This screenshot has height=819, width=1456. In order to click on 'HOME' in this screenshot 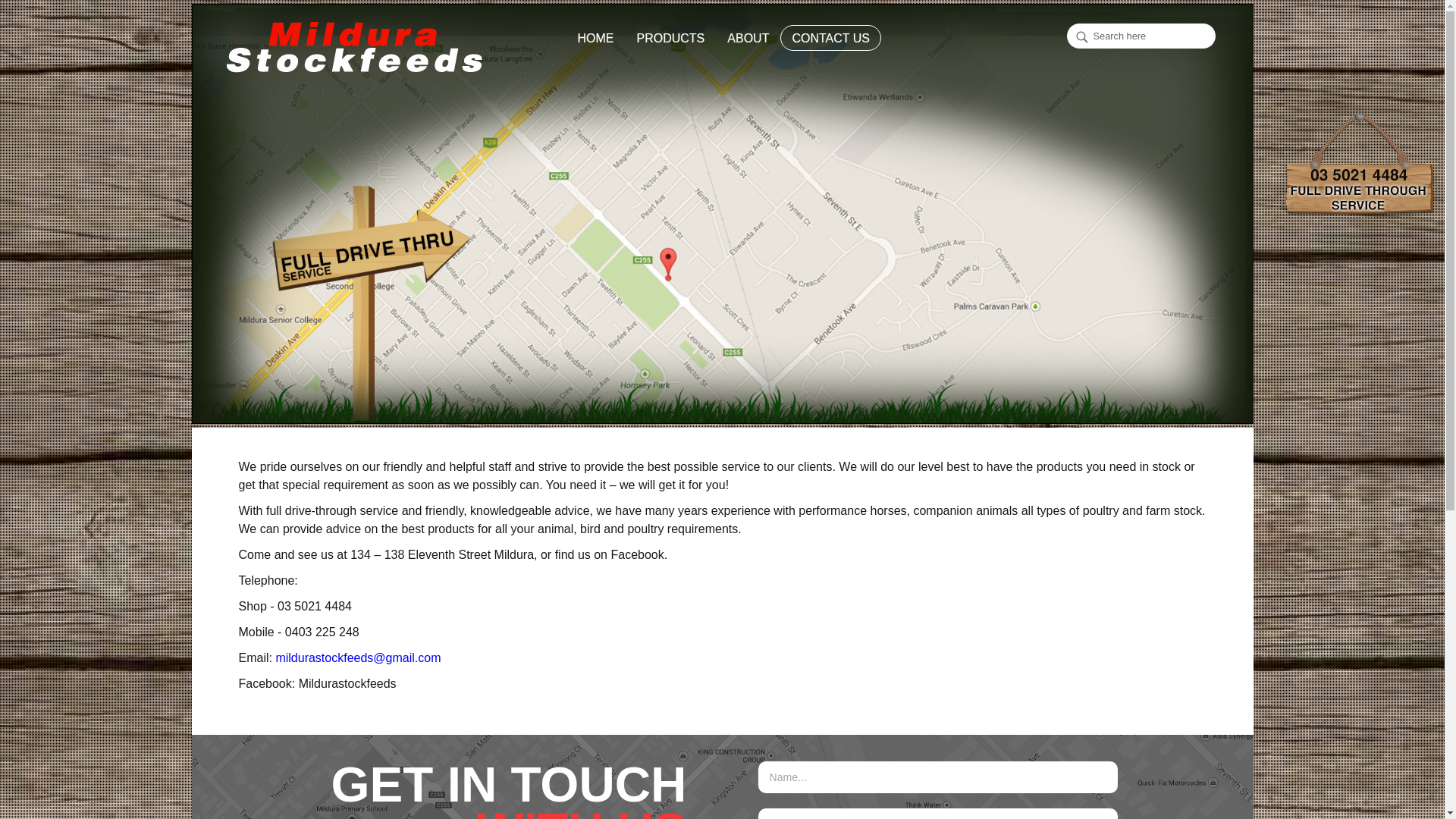, I will do `click(577, 37)`.